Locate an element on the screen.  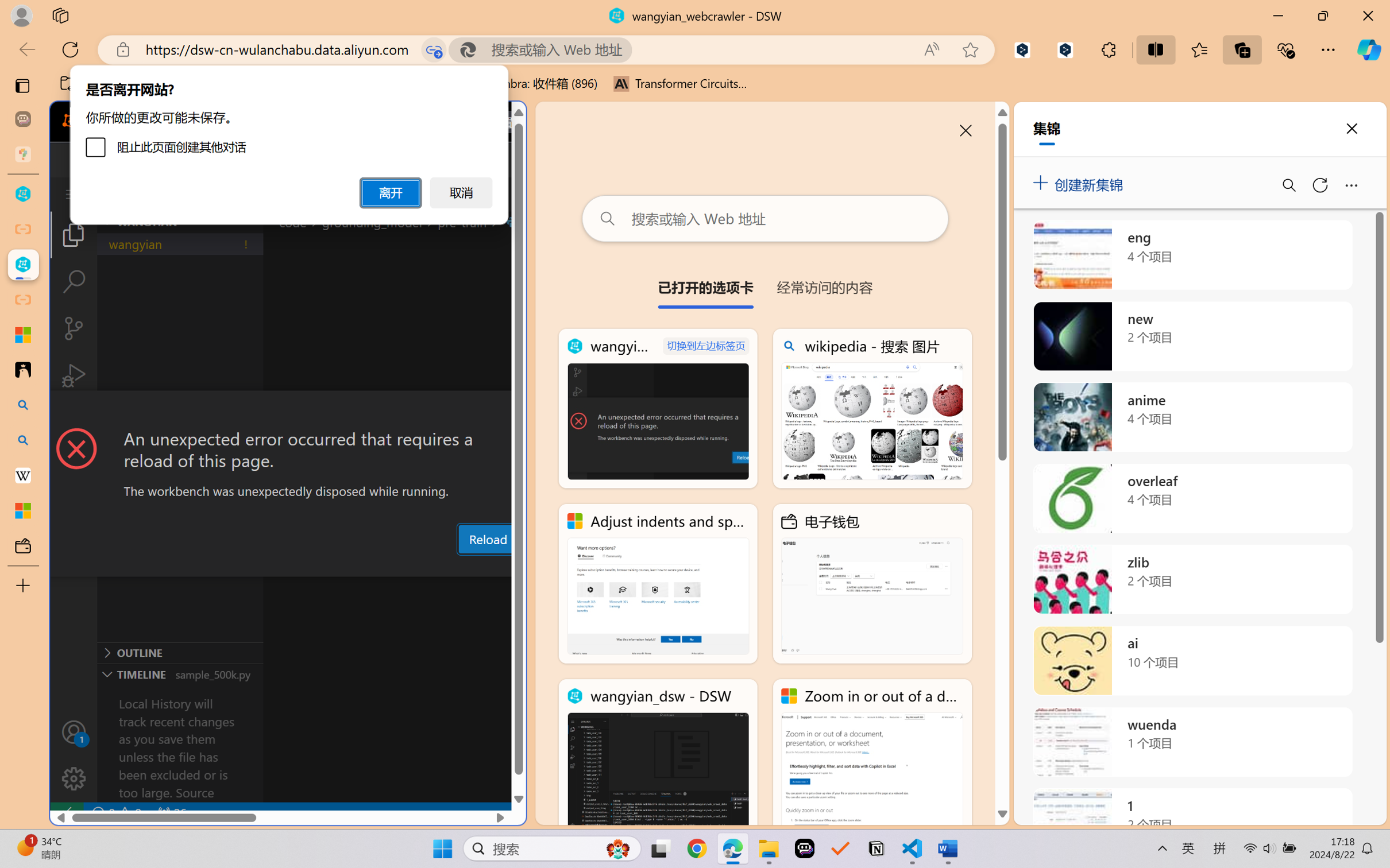
'Extensions (Ctrl+Shift+X)' is located at coordinates (73, 422).